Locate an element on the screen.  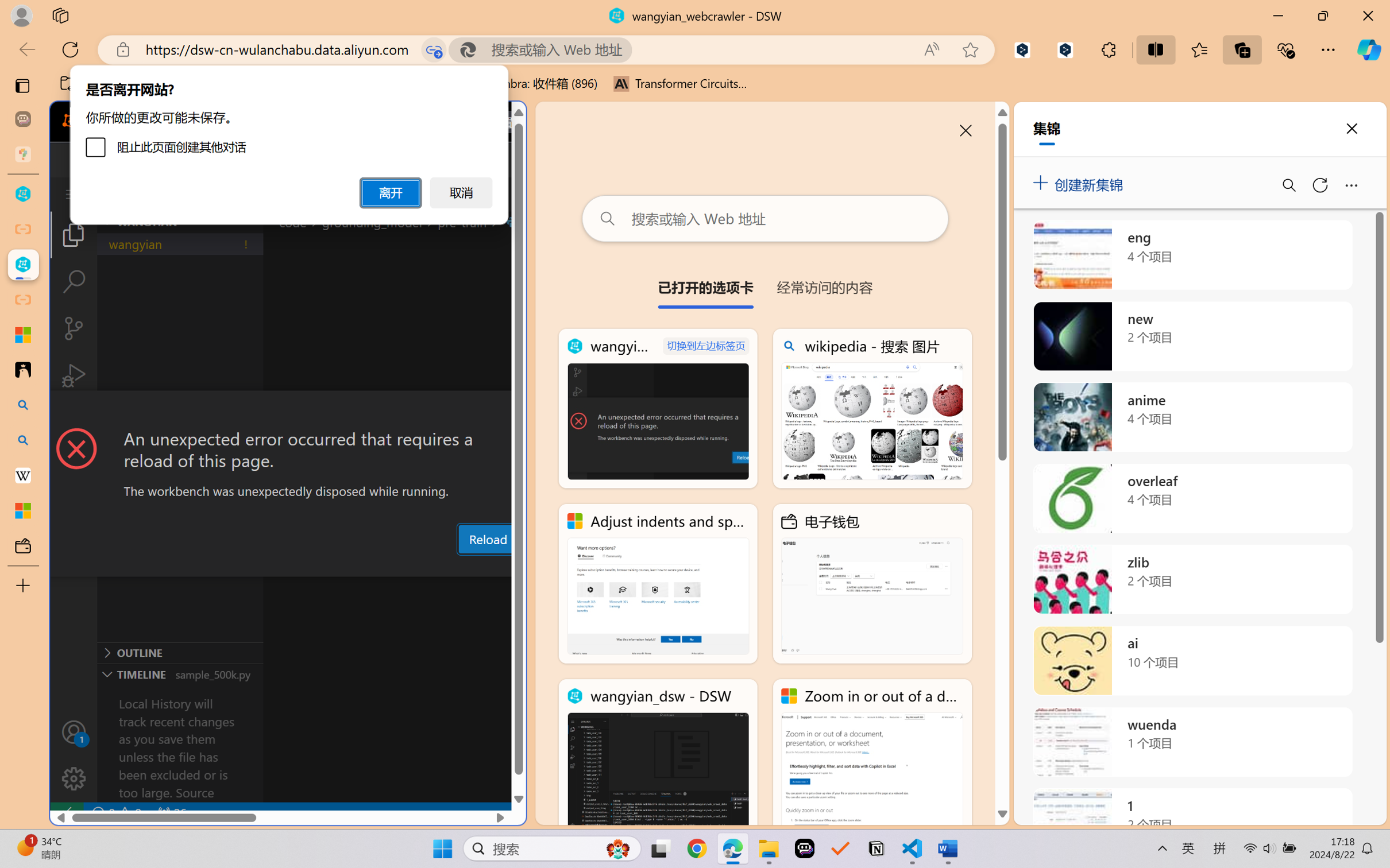
'Extensions (Ctrl+Shift+X)' is located at coordinates (73, 422).